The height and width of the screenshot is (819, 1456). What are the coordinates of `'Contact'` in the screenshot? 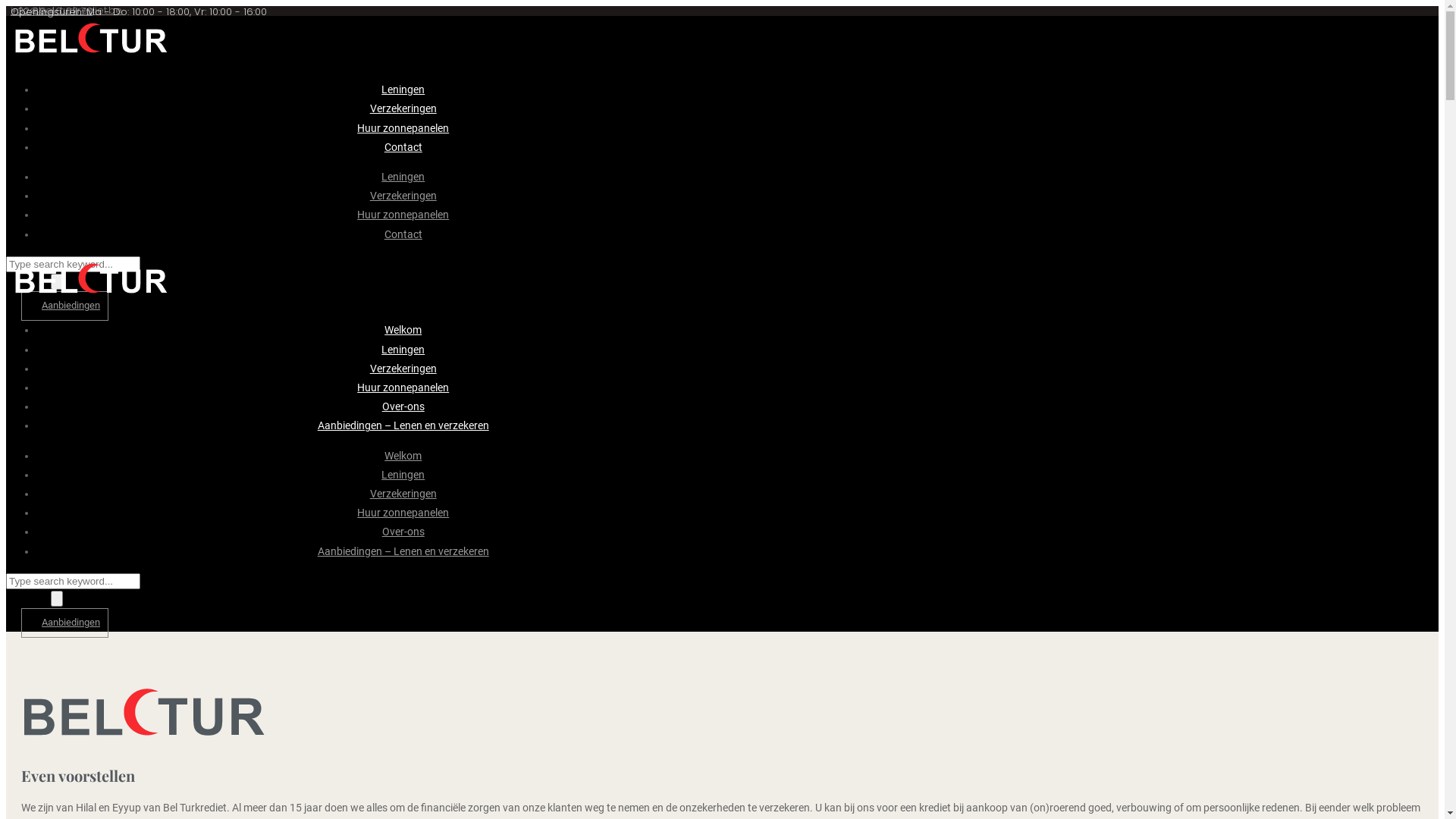 It's located at (403, 234).